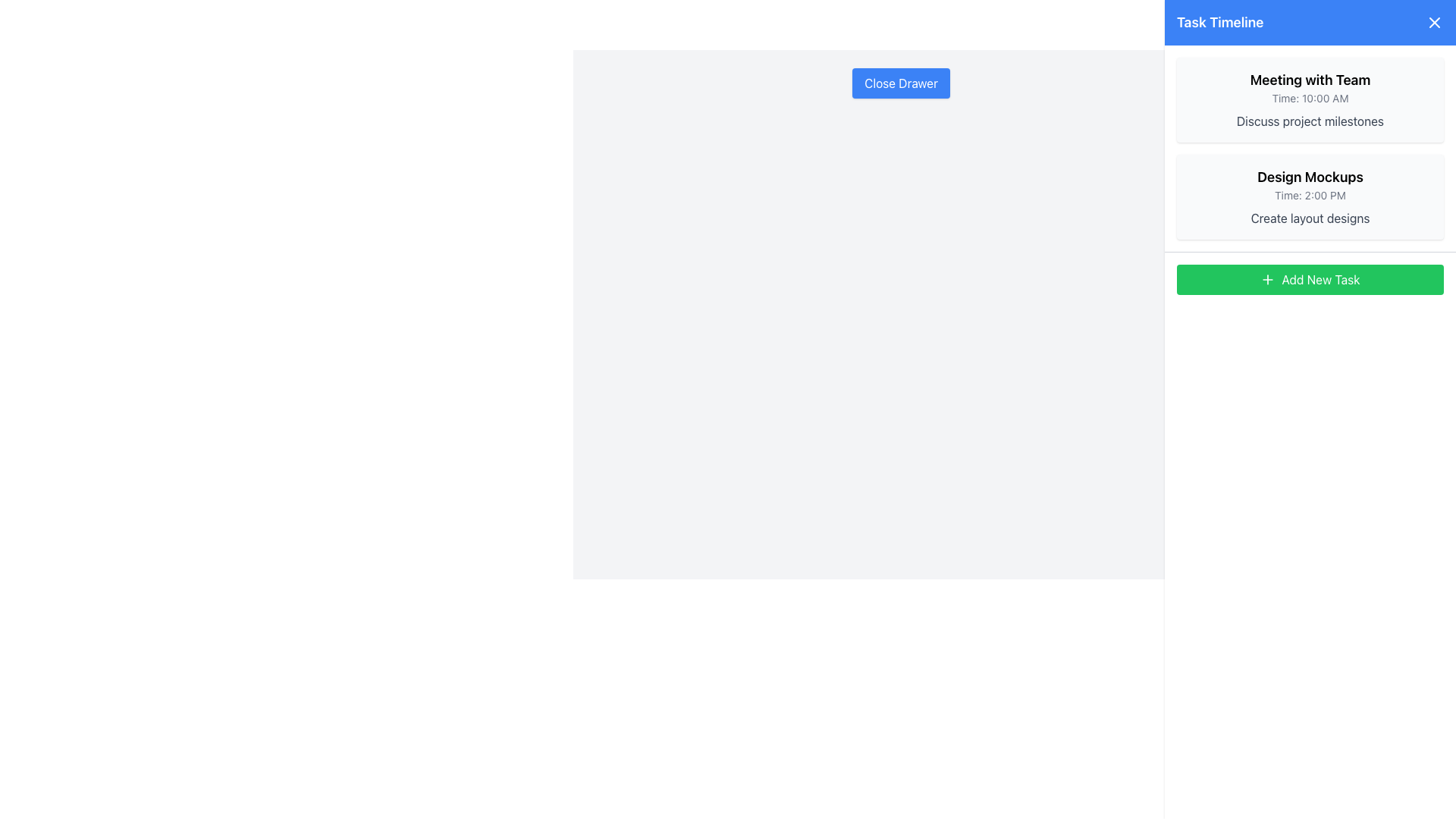 This screenshot has height=819, width=1456. I want to click on the plus icon within the green rectangular button labeled 'Add New Task' located in the bottom section of the 'Task Timeline' sidebar, so click(1268, 280).